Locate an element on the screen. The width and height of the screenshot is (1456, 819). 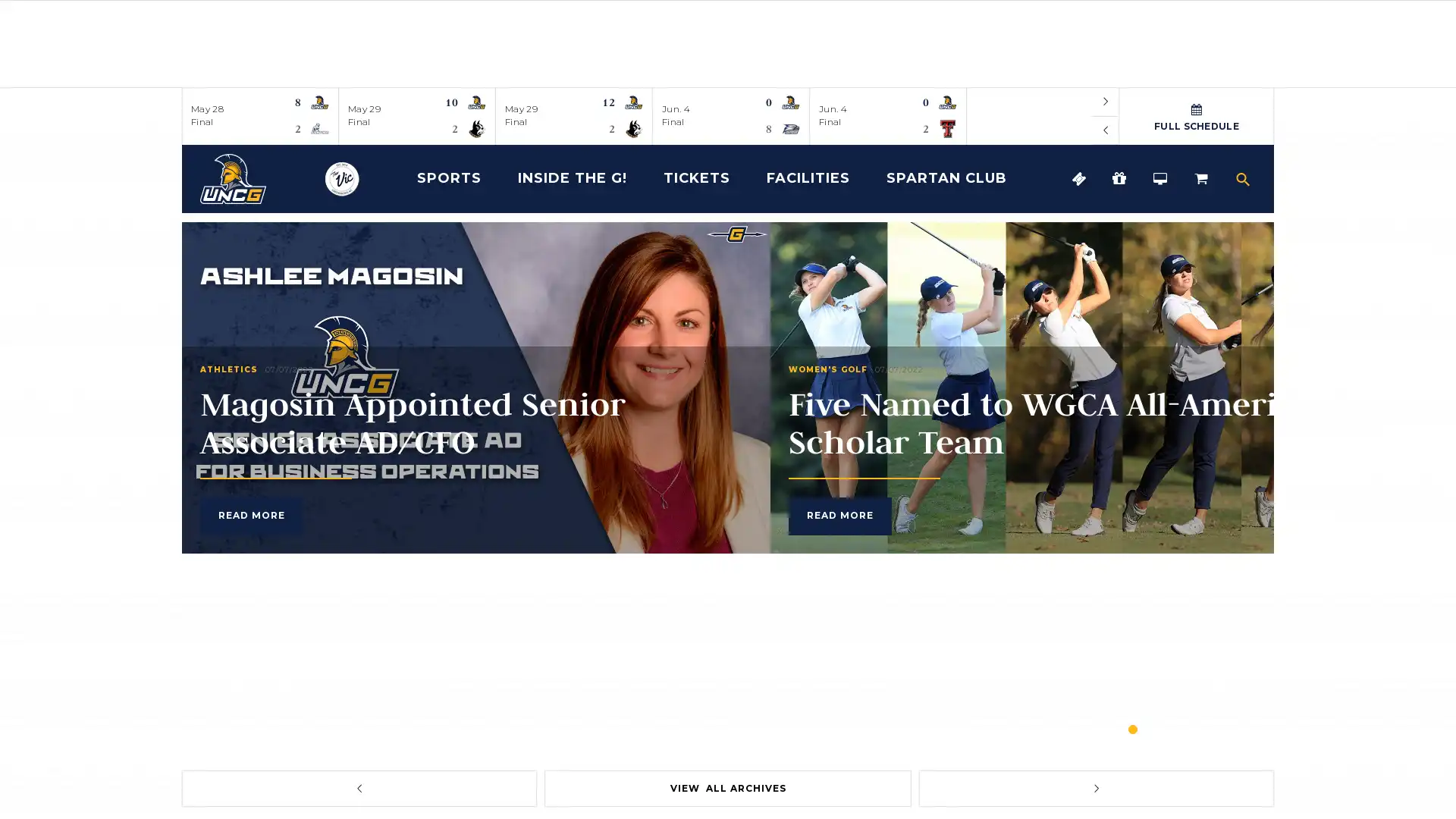
next is located at coordinates (1096, 788).